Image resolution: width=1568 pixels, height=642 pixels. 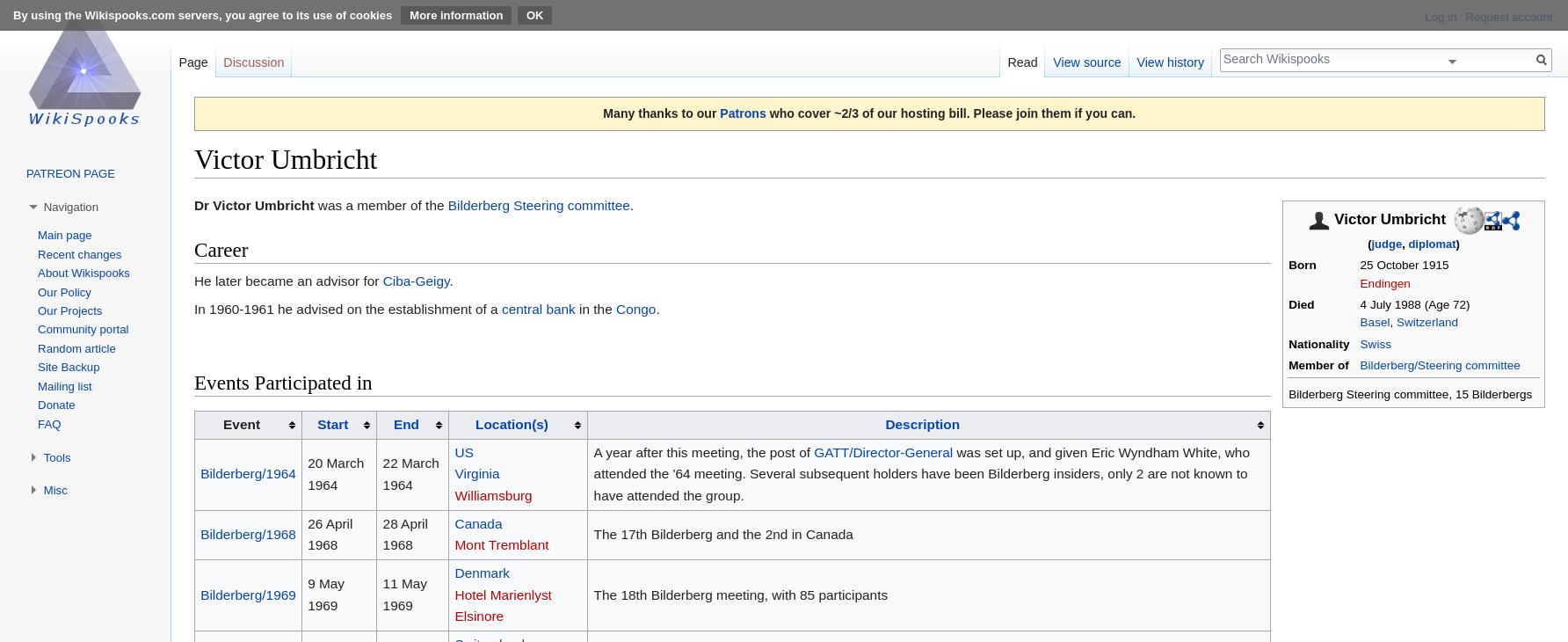 I want to click on 'diplomat', so click(x=1431, y=244).